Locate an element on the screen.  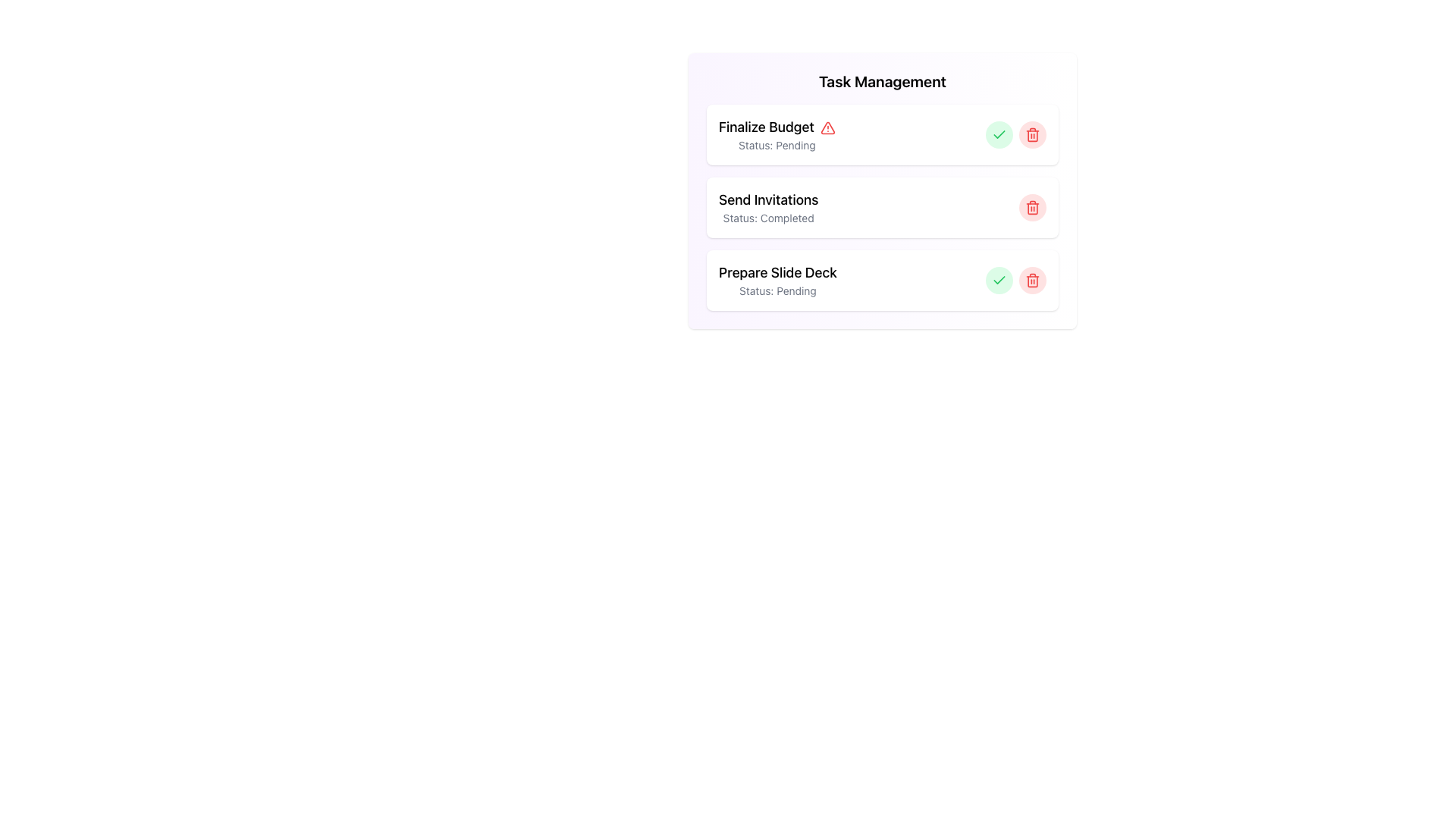
the text label displaying the title or description of the task located at the top of the 'Finalize Budget Status: Pending' group in the task management list is located at coordinates (777, 127).